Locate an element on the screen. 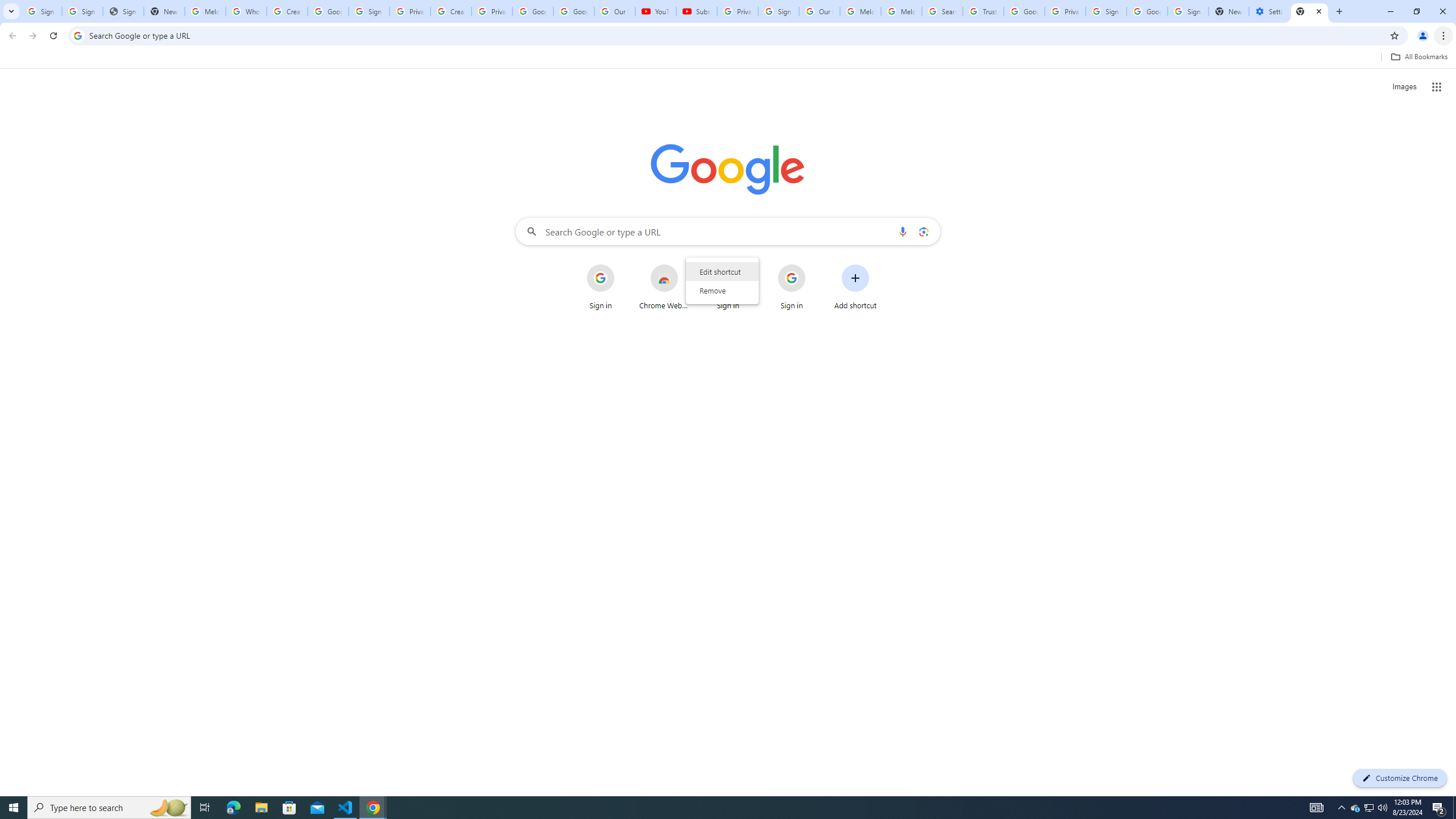  'Trusted Information and Content - Google Safety Center' is located at coordinates (983, 11).